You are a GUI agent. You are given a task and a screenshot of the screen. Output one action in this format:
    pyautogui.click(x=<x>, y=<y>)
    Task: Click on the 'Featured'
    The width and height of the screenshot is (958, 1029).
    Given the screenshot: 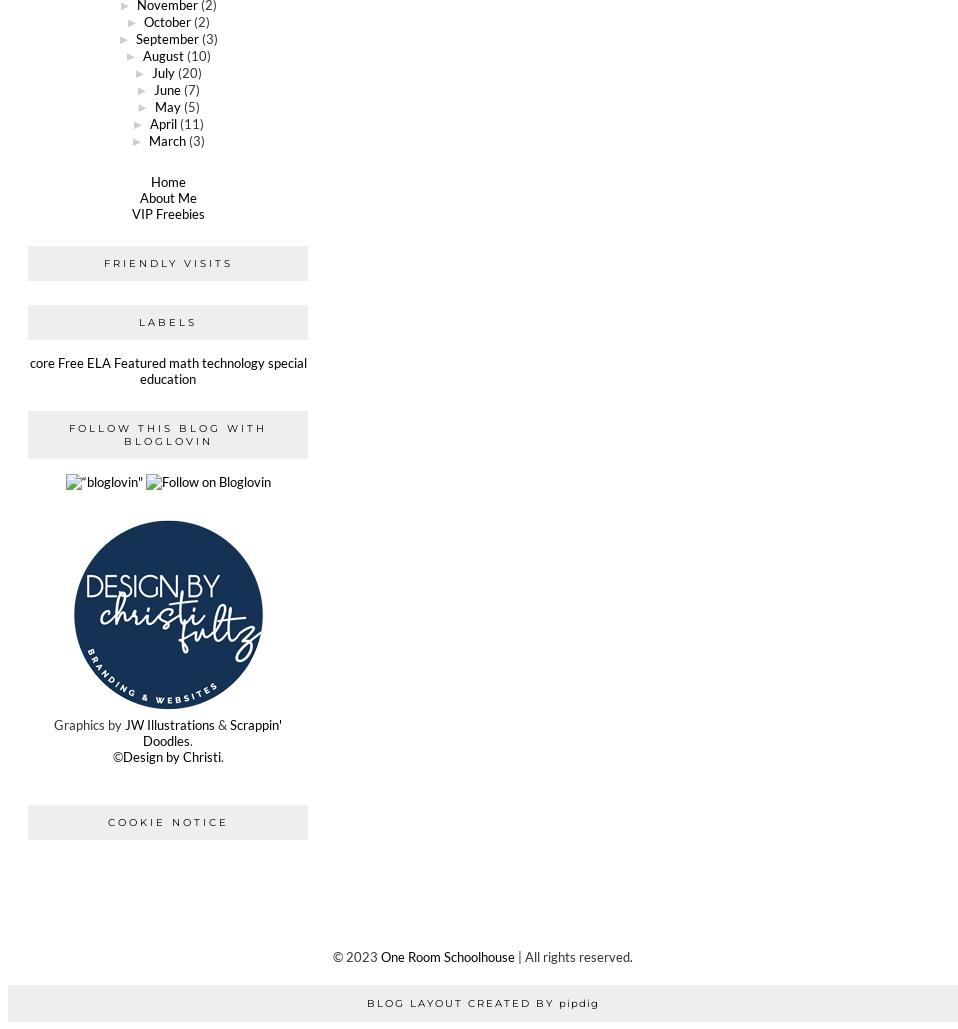 What is the action you would take?
    pyautogui.click(x=113, y=363)
    